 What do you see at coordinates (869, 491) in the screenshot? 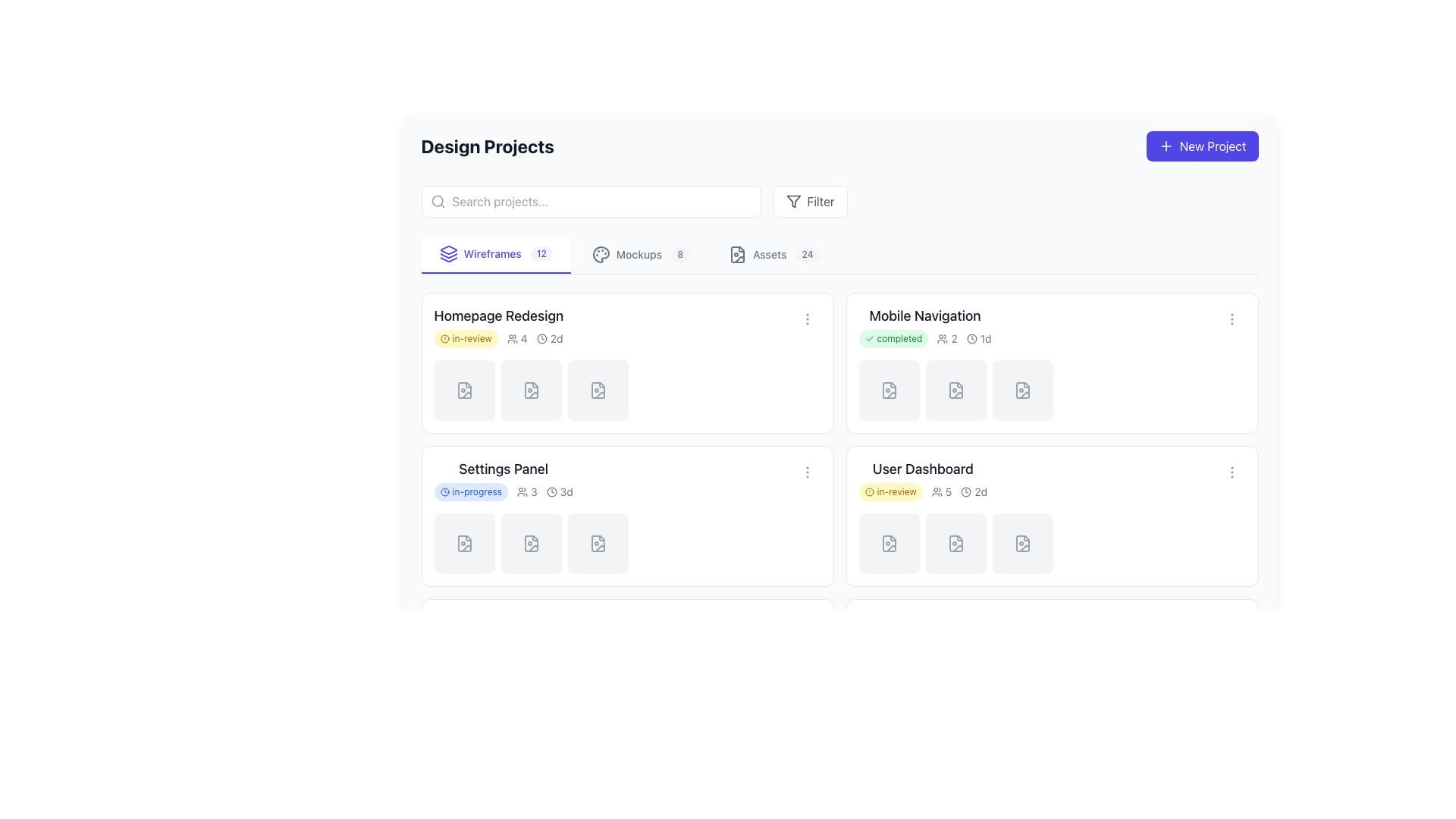
I see `the visual indicator icon located in the top-left corner of the User Dashboard, which signifies a specific state related to the adjacent 'in-review' label` at bounding box center [869, 491].